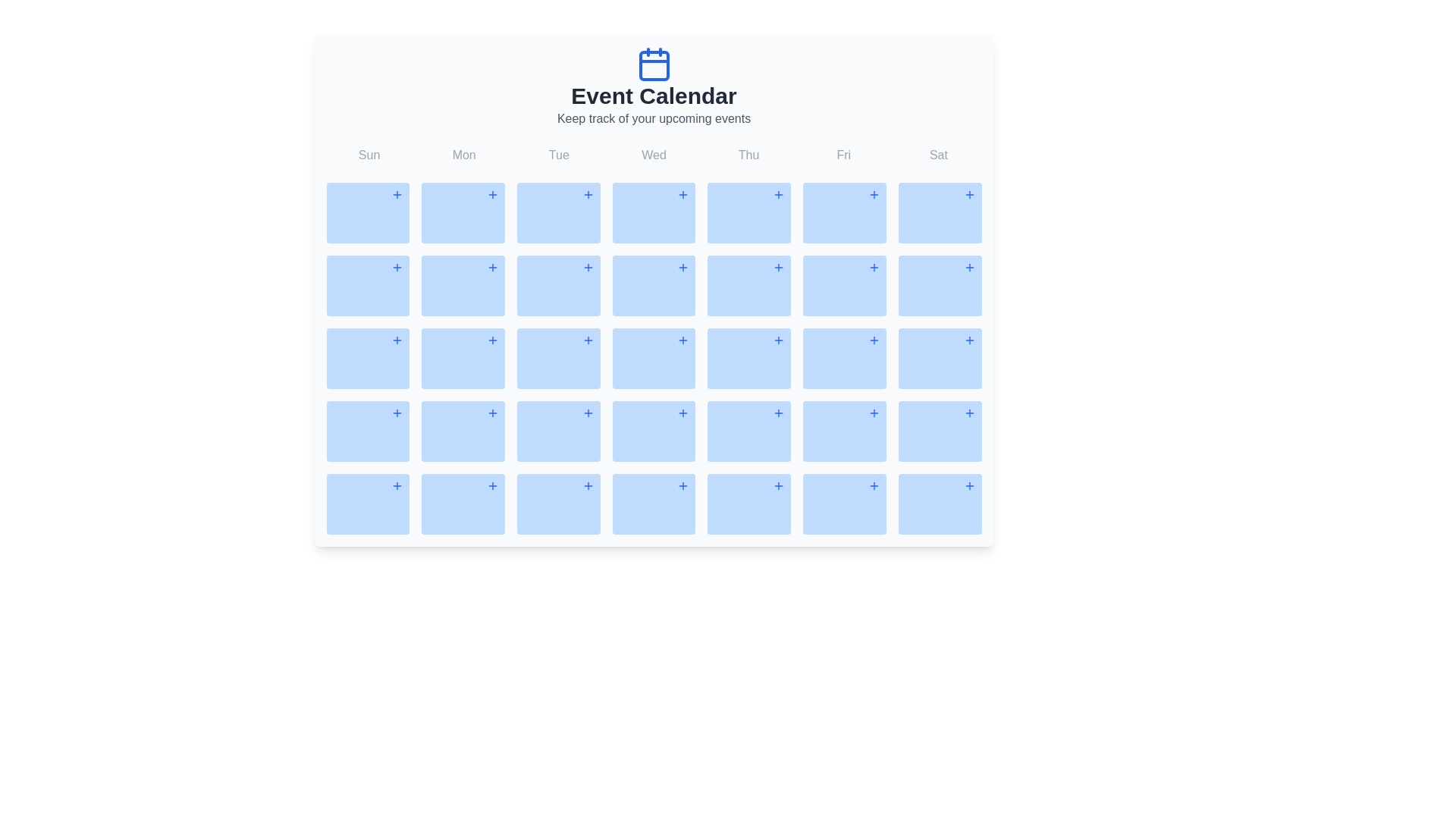 This screenshot has height=819, width=1456. I want to click on the interactive icon (Plus Sign) located at the upper-right corner of the last cell in the fifth row of the calendar grid, so click(397, 485).